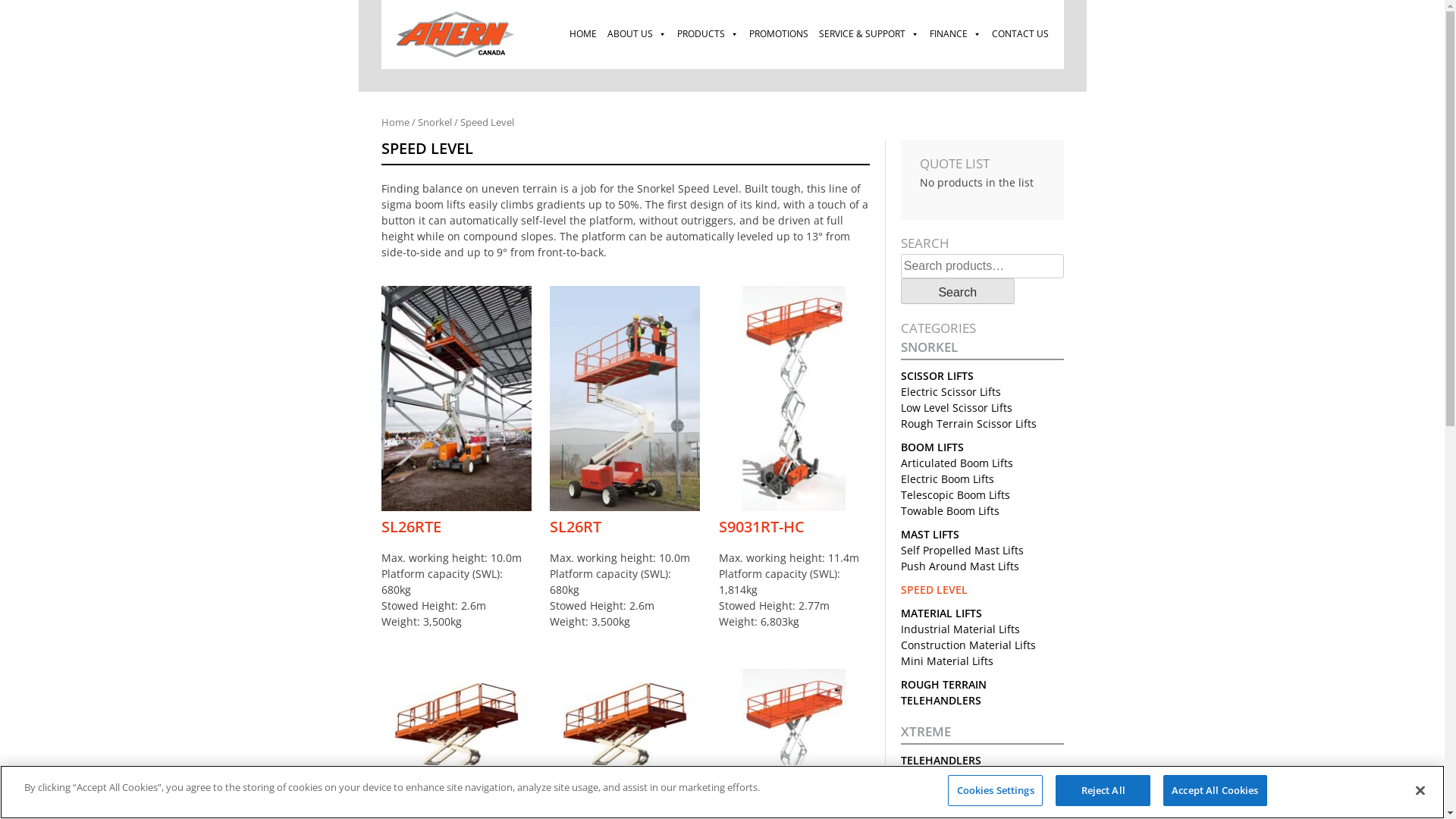  I want to click on 'SNORKEL', so click(982, 350).